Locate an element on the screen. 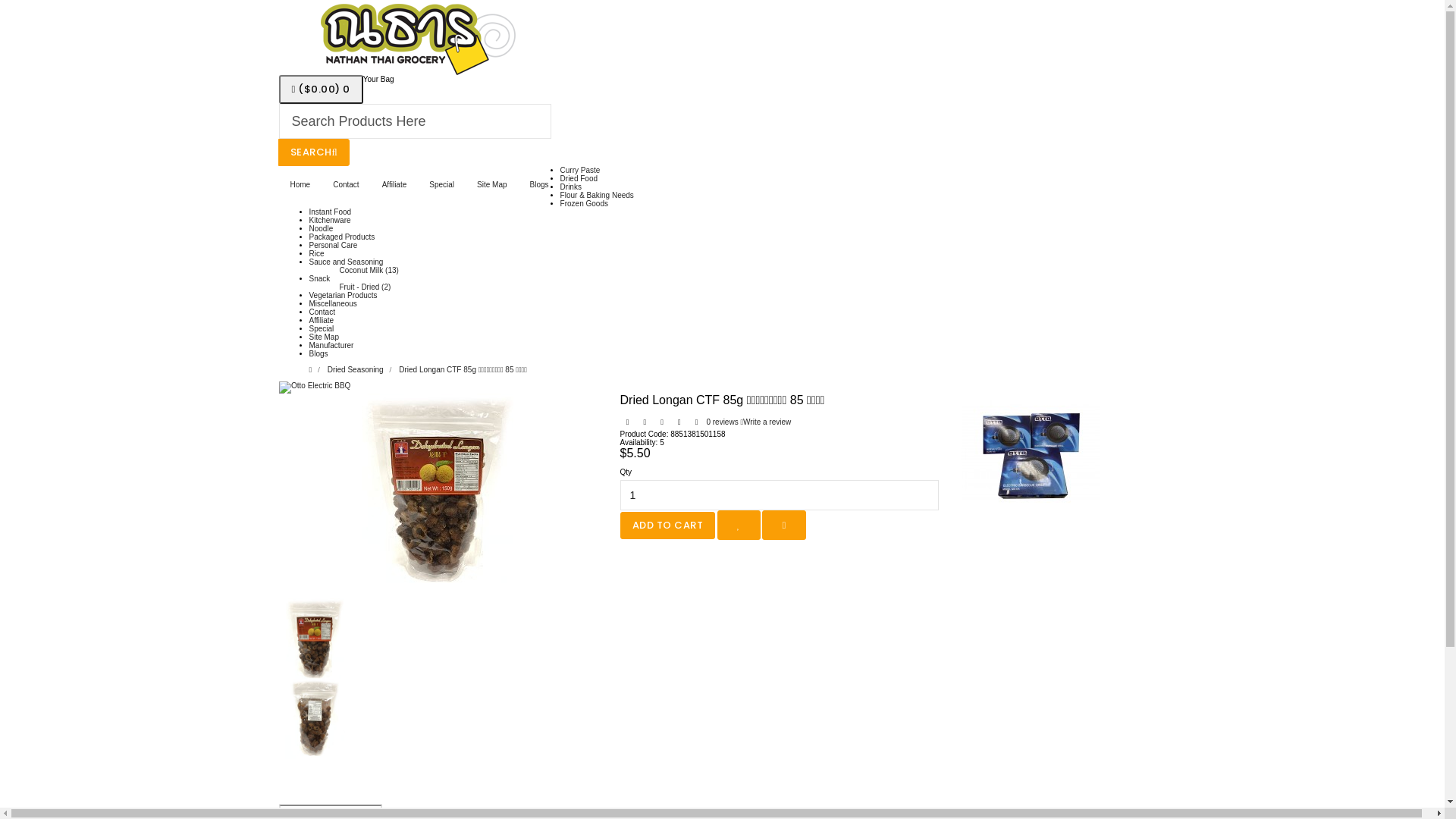 The image size is (1456, 819). 'Drinks' is located at coordinates (570, 186).